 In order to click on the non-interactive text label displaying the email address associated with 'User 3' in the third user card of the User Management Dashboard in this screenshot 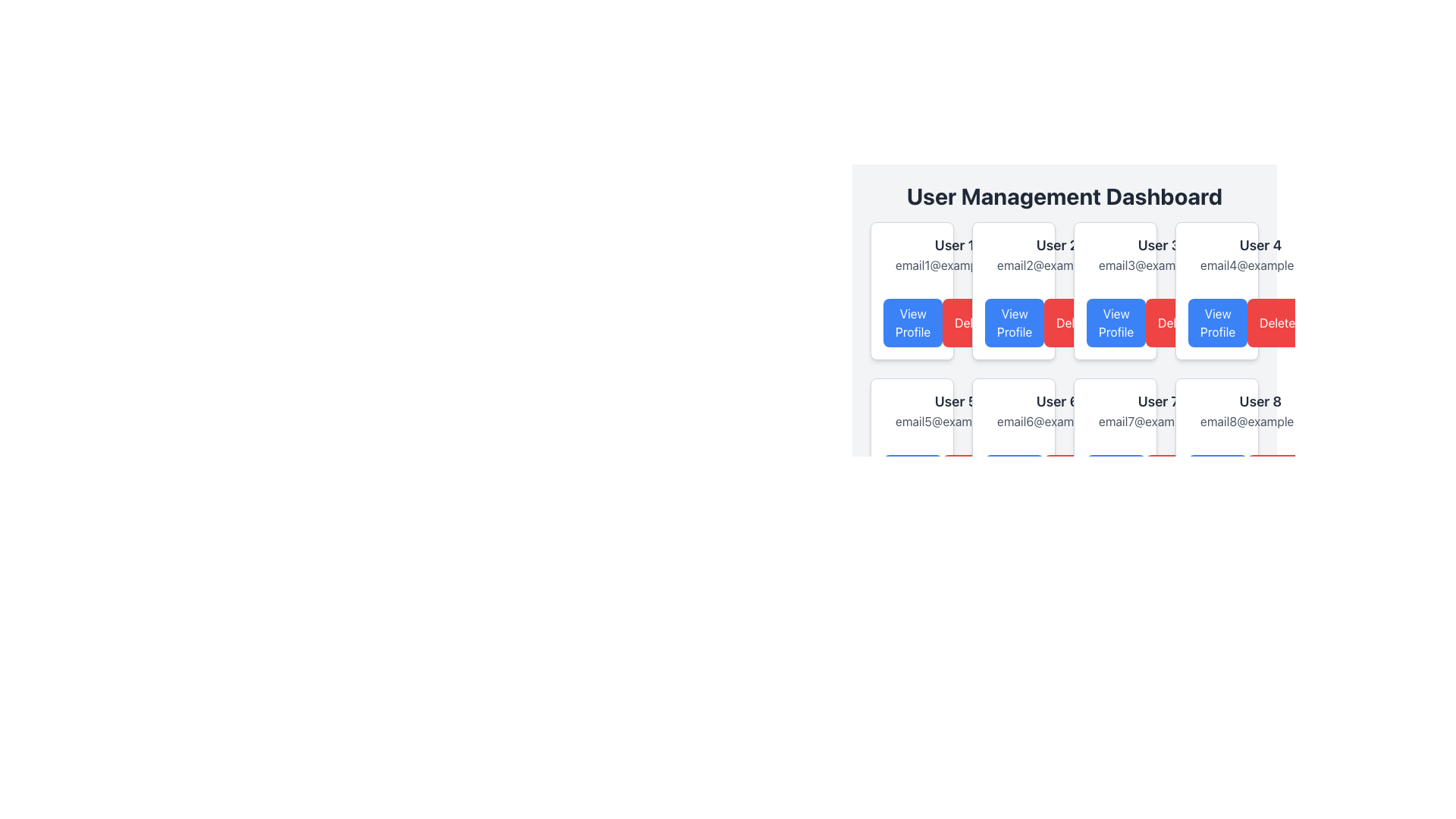, I will do `click(1158, 265)`.